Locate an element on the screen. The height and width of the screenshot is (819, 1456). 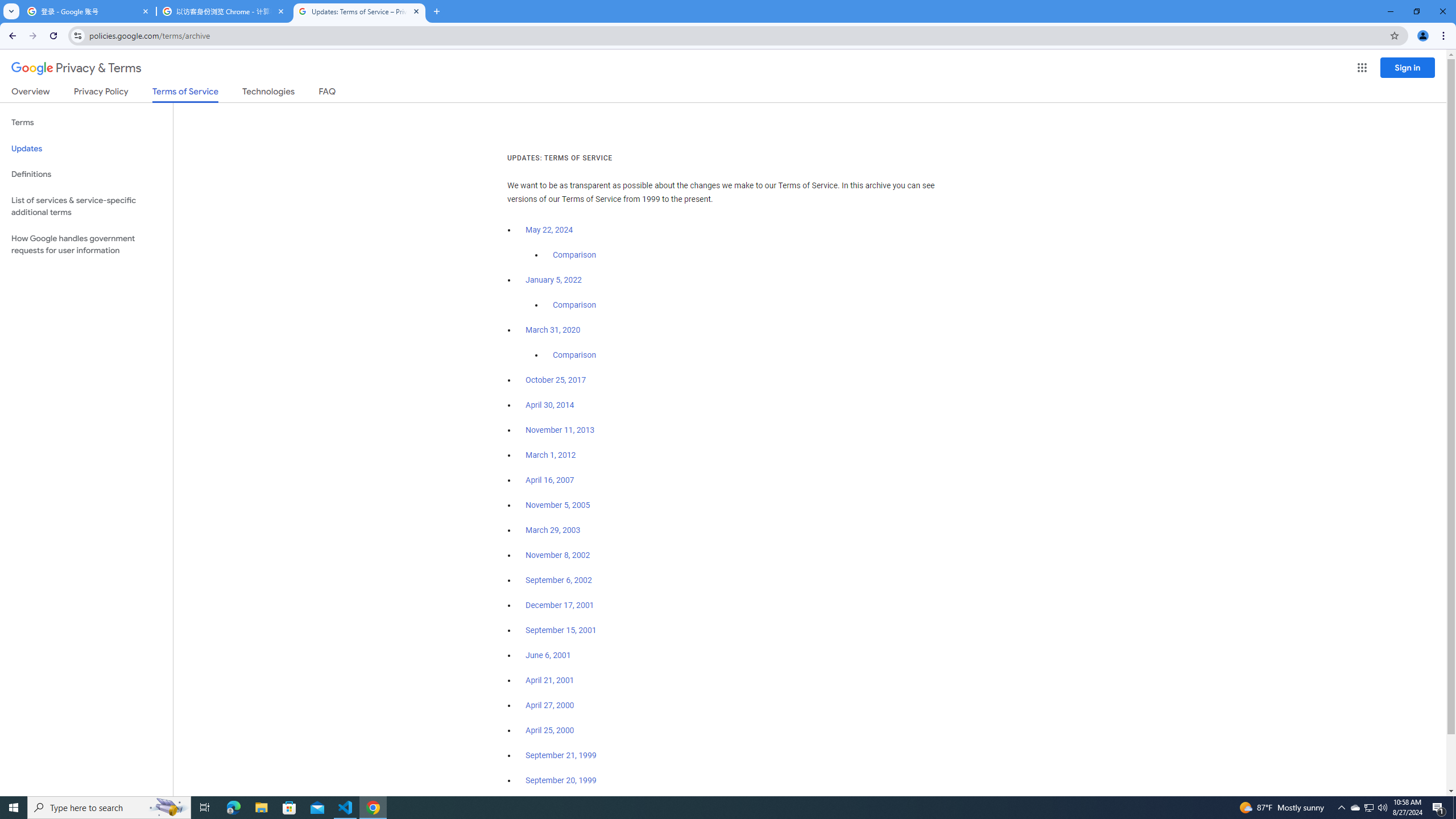
'November 8, 2002' is located at coordinates (557, 555).